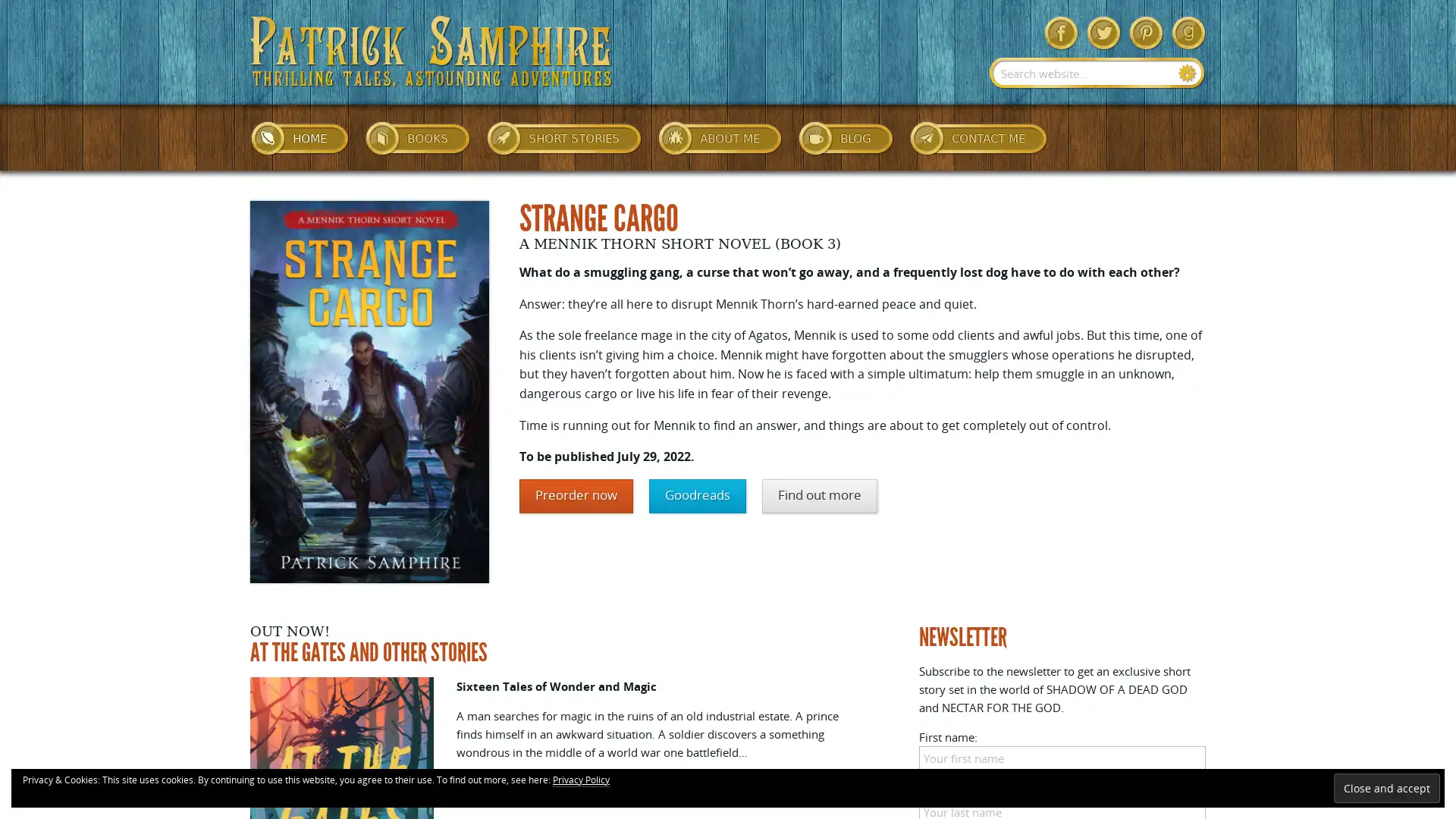  I want to click on Close and accept, so click(1386, 787).